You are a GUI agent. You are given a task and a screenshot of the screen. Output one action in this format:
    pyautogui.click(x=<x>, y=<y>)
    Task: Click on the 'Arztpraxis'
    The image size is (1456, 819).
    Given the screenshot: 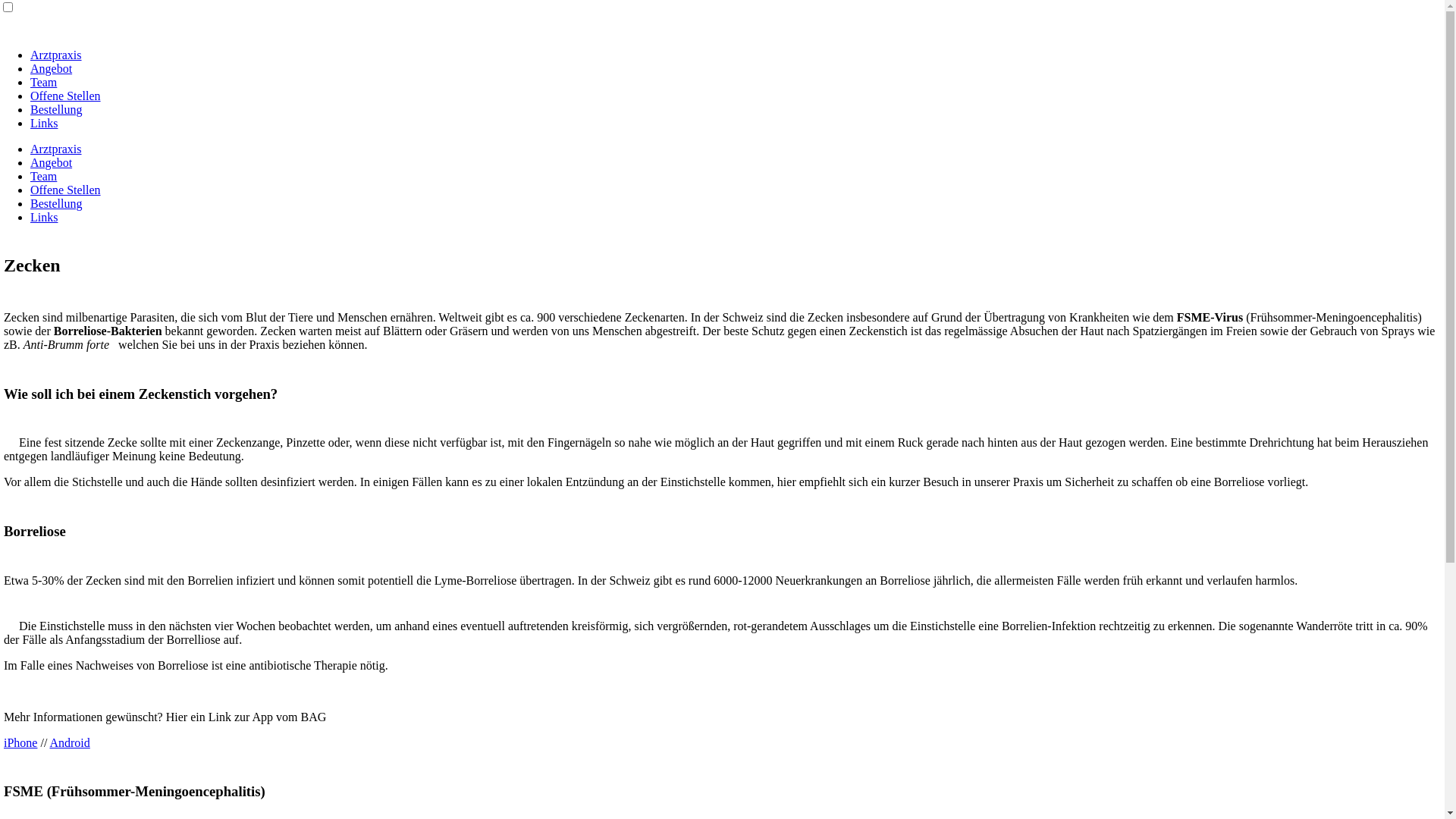 What is the action you would take?
    pyautogui.click(x=55, y=149)
    